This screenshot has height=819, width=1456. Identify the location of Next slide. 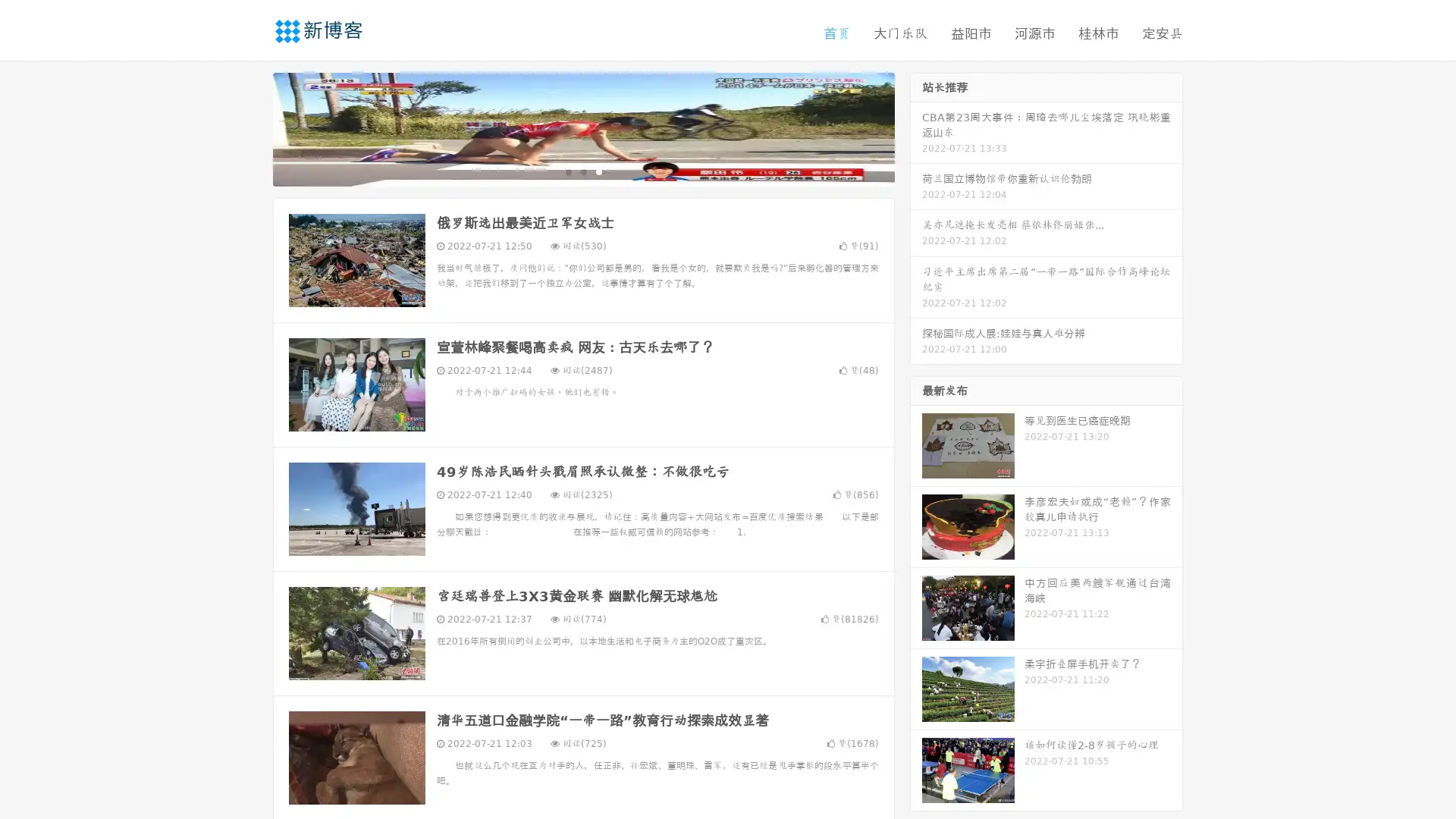
(916, 127).